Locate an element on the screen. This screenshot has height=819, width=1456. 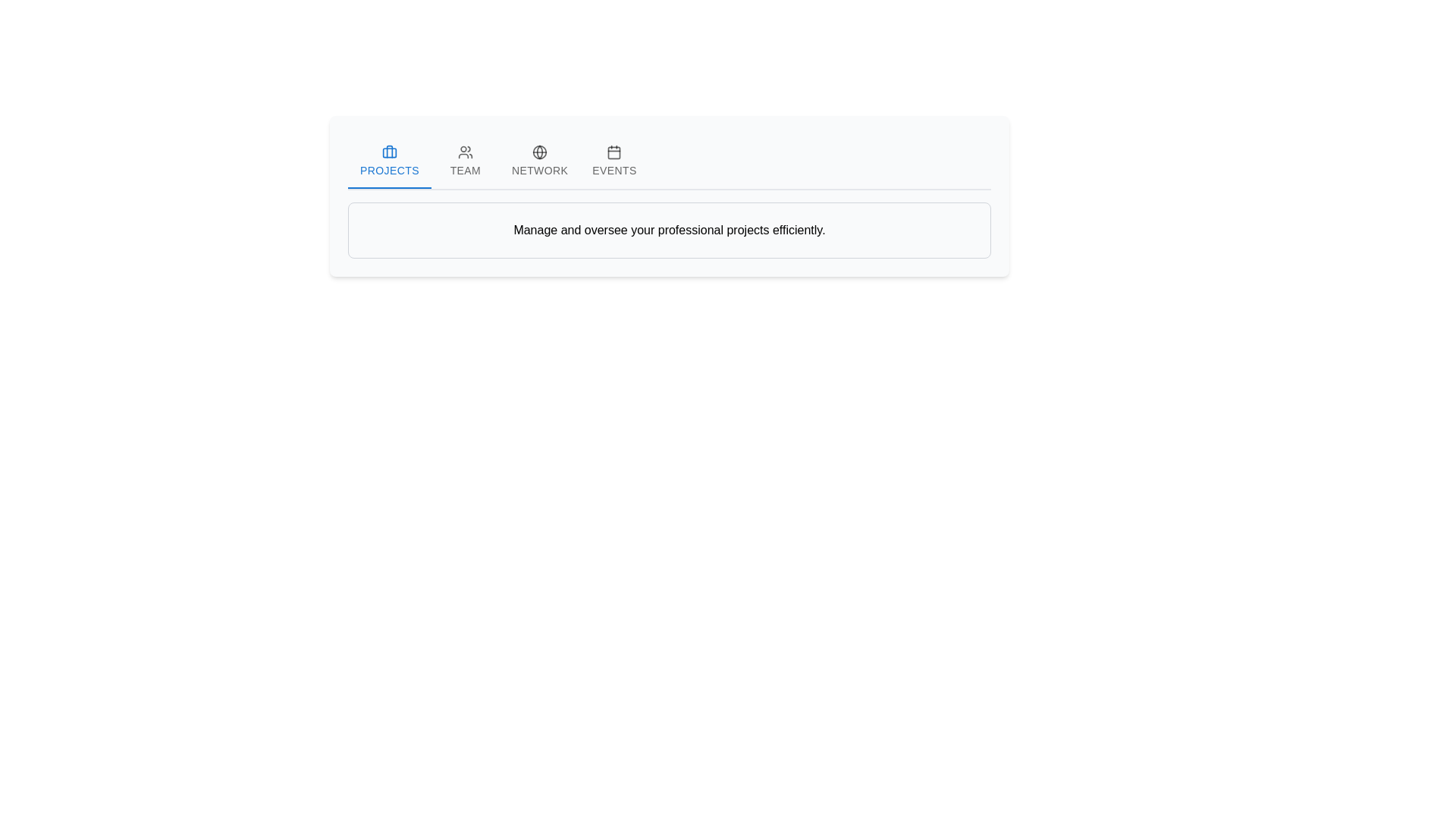
the 'Projects' tab button, which is the first tab in a horizontal list, styled in blue with a briefcase icon above the text is located at coordinates (389, 161).